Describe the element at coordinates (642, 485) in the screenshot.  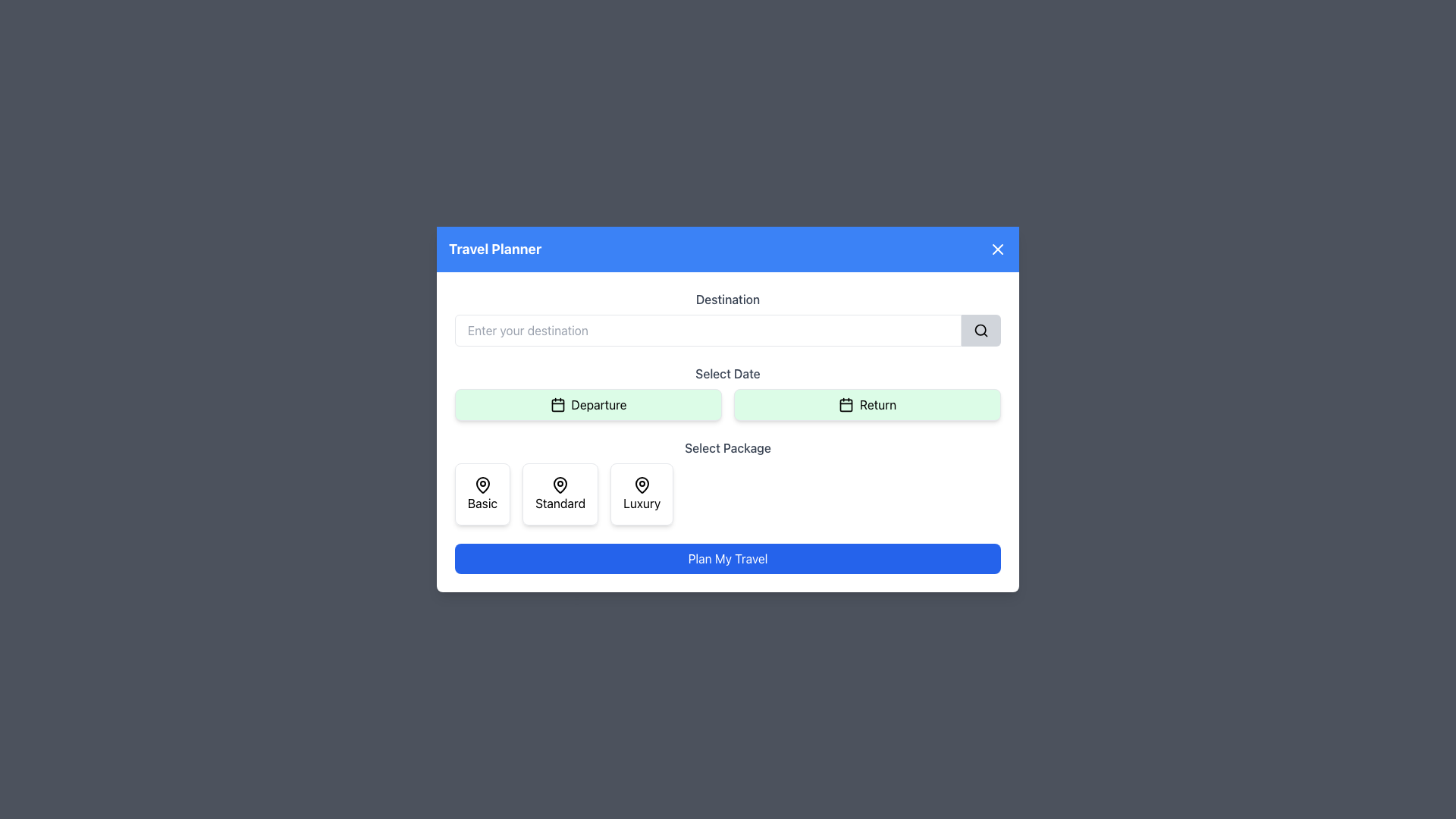
I see `the map pin icon outlined in black, located in the upper center of the 'Luxury' package option card, above the text 'Luxury'` at that location.